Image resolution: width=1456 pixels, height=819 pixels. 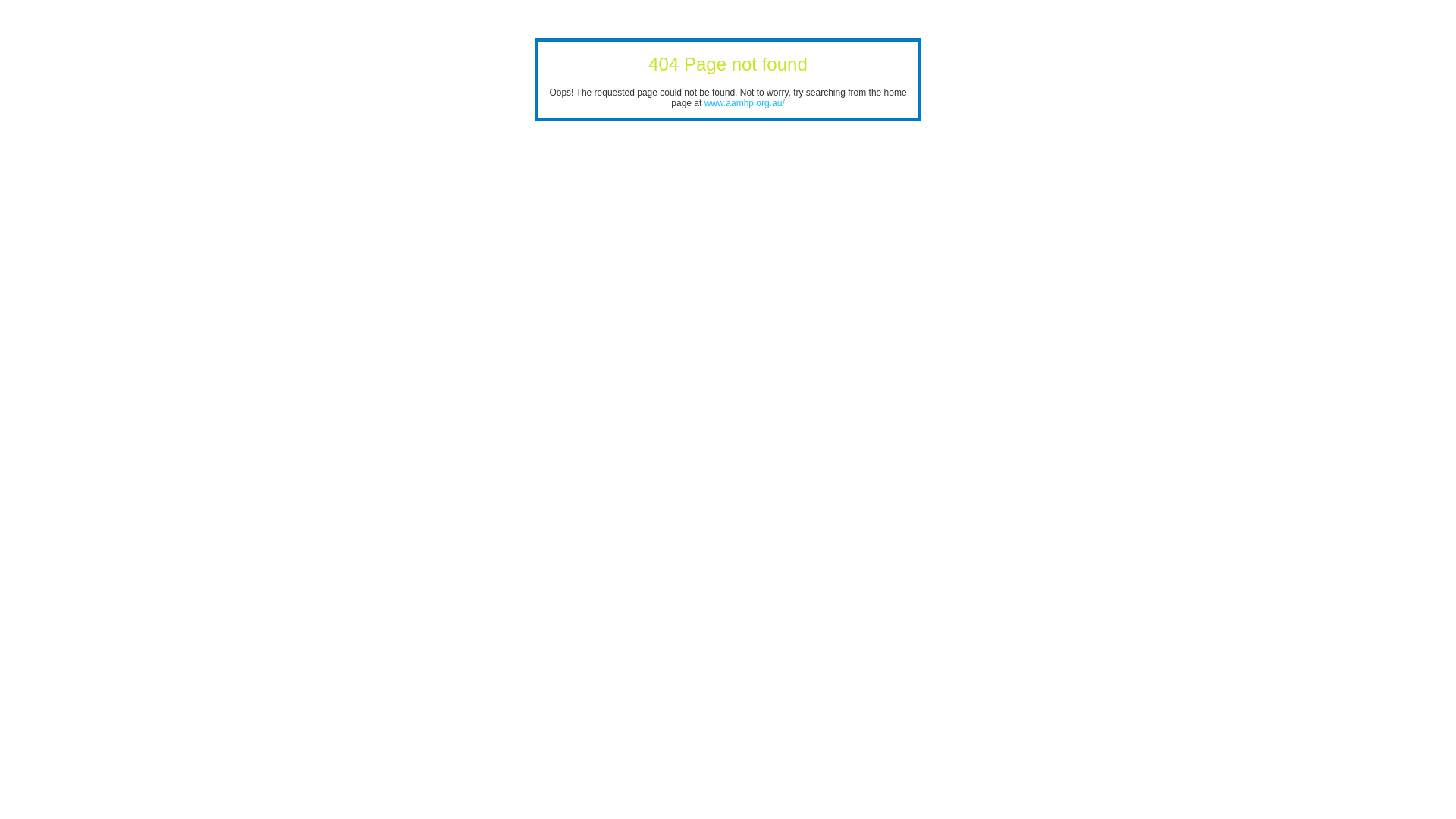 I want to click on 'www.aamhp.org.au/', so click(x=745, y=102).